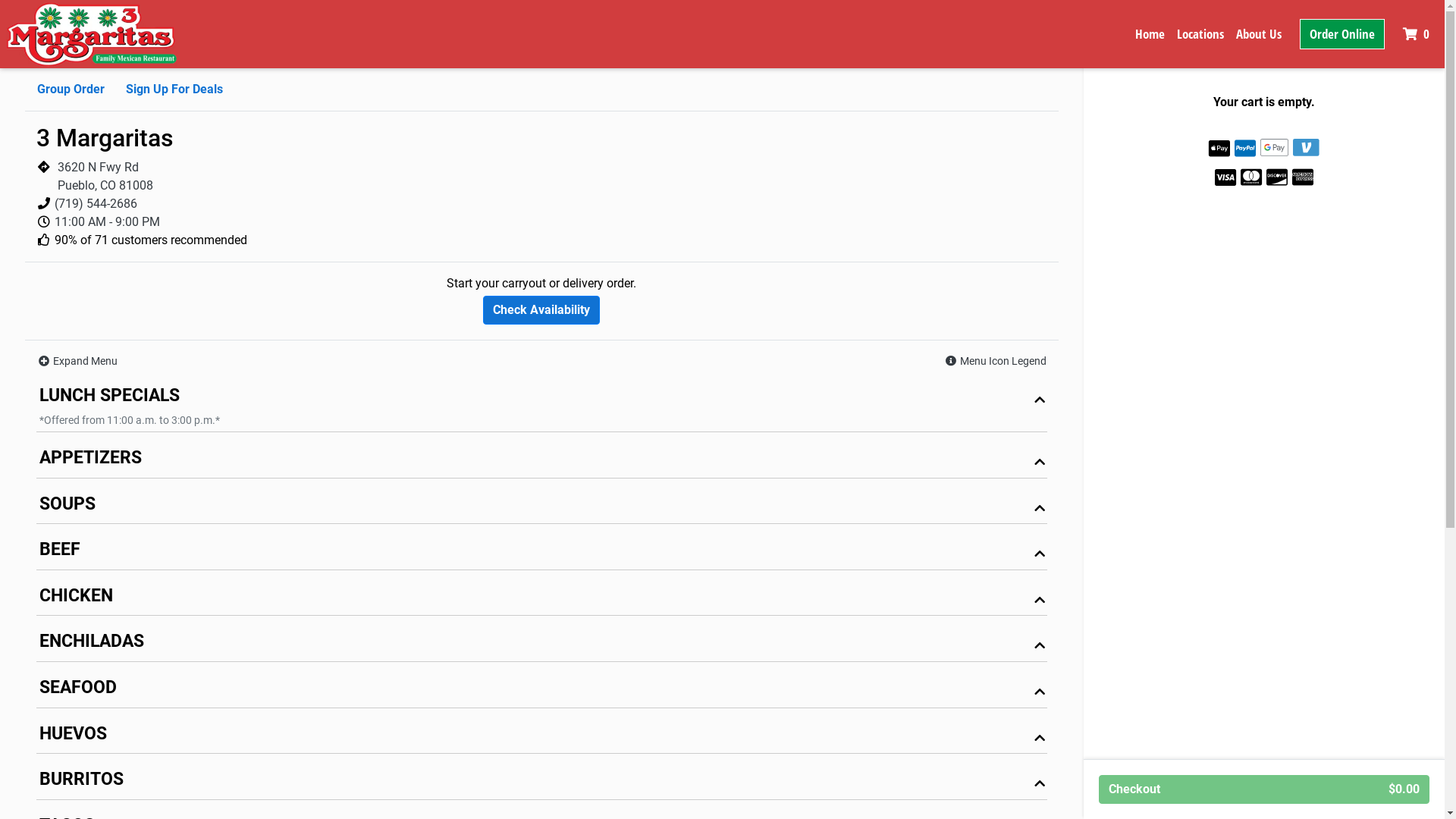 Image resolution: width=1456 pixels, height=819 pixels. I want to click on 'HUEVOS', so click(541, 736).